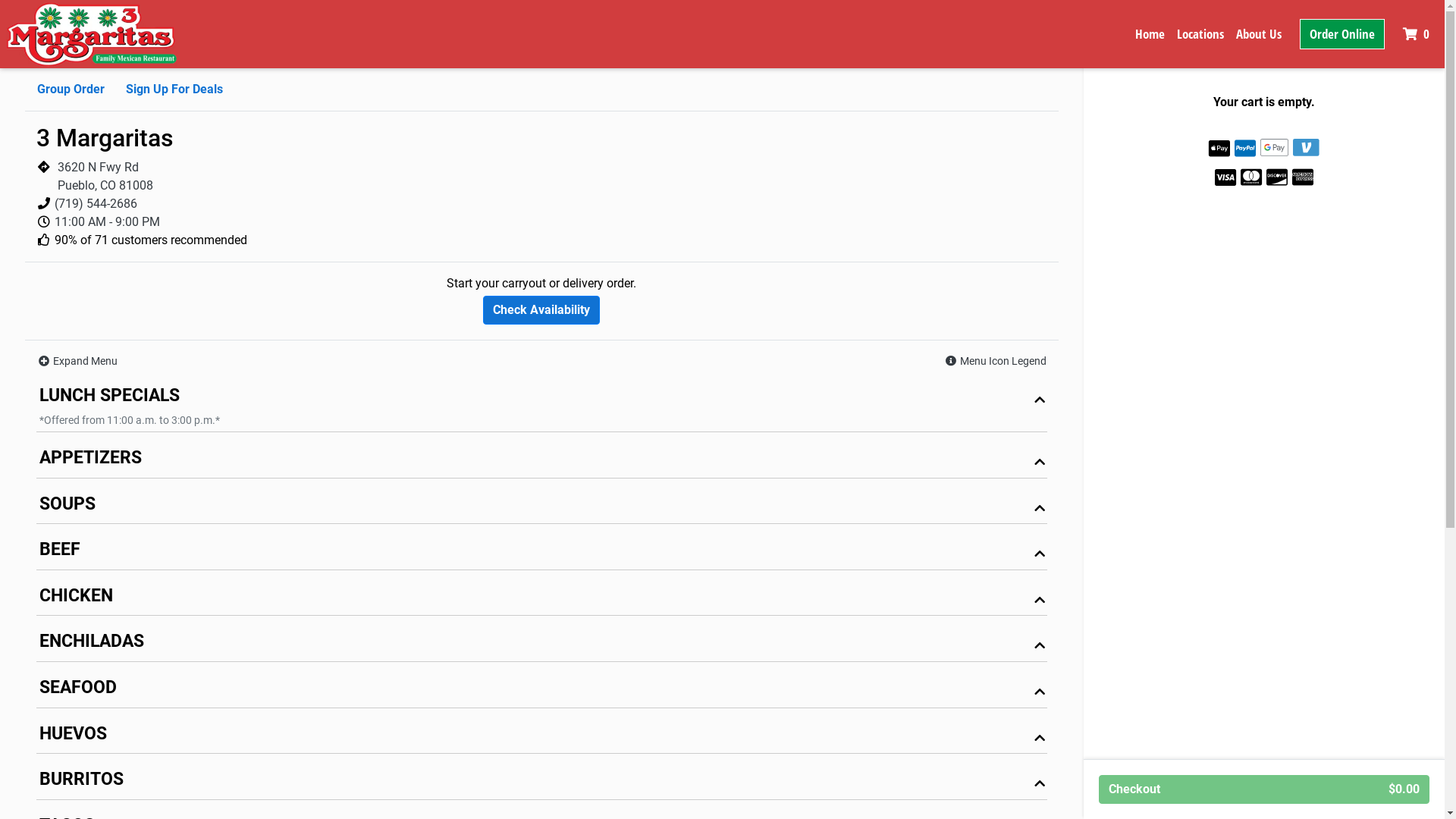 Image resolution: width=1456 pixels, height=819 pixels. I want to click on 'HUEVOS', so click(541, 736).